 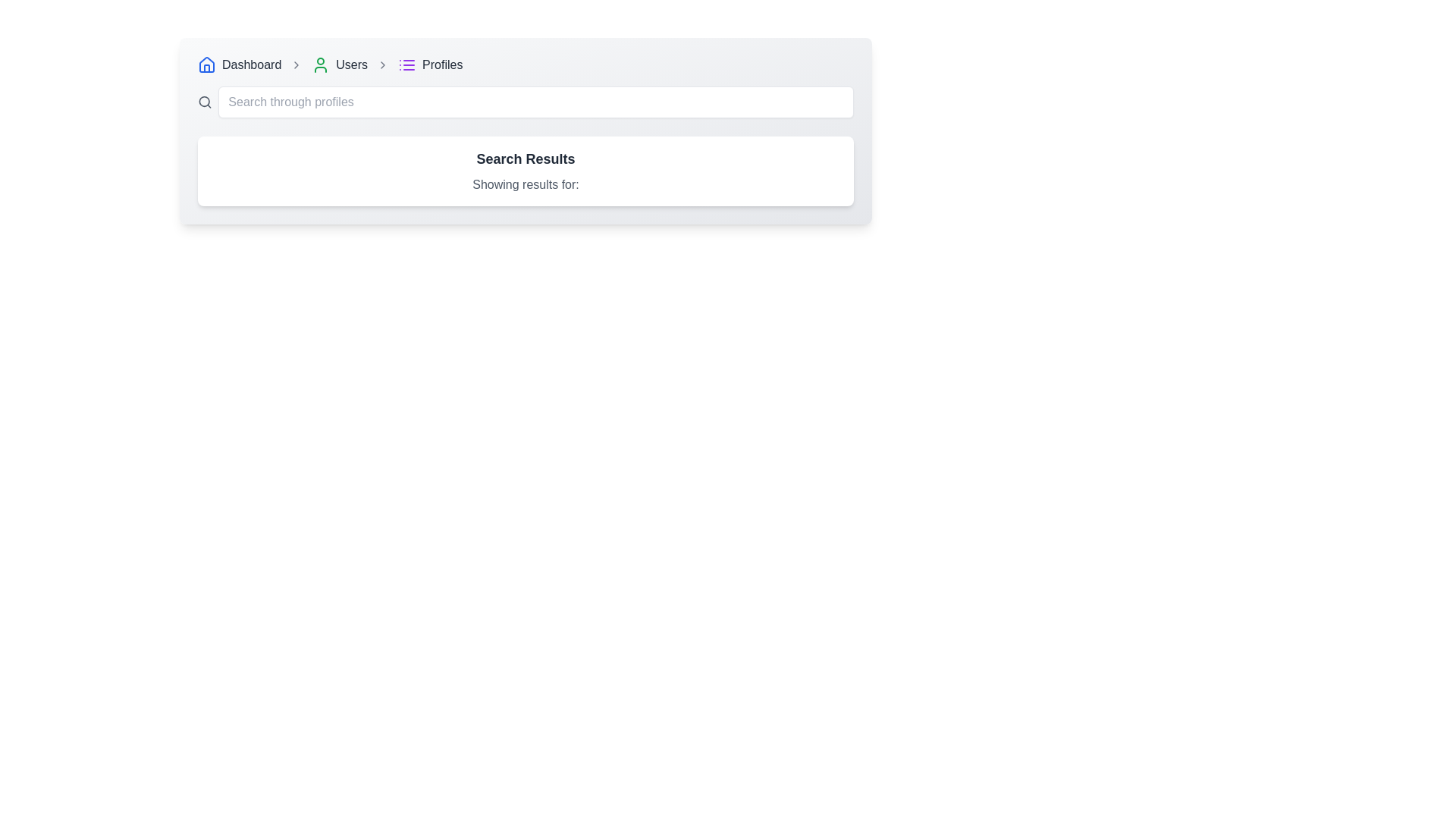 I want to click on the user silhouette icon with a green outline located next to the text 'Users' in the breadcrumb navigation bar, so click(x=320, y=64).